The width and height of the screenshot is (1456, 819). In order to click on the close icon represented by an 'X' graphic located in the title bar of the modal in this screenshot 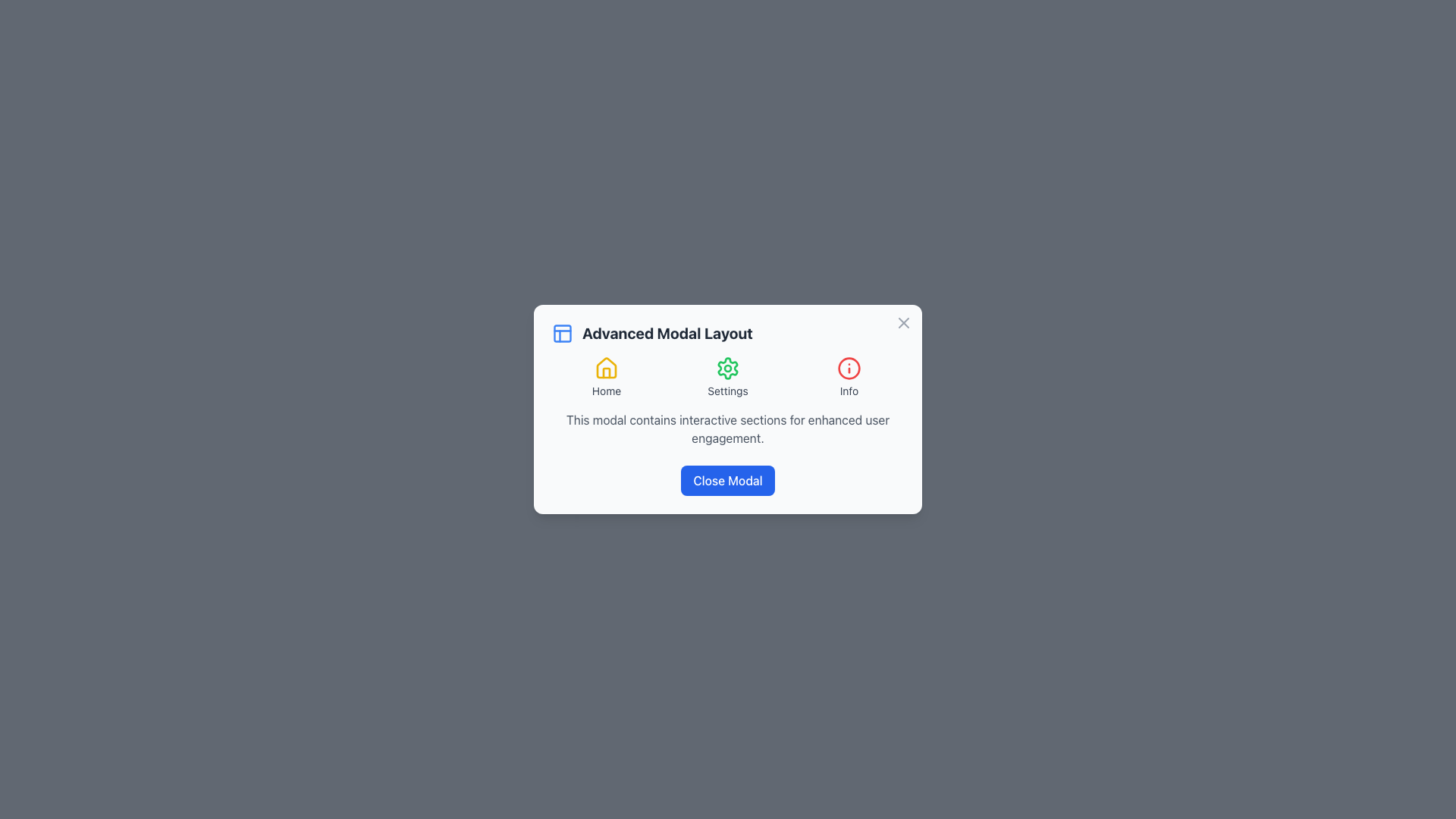, I will do `click(903, 322)`.